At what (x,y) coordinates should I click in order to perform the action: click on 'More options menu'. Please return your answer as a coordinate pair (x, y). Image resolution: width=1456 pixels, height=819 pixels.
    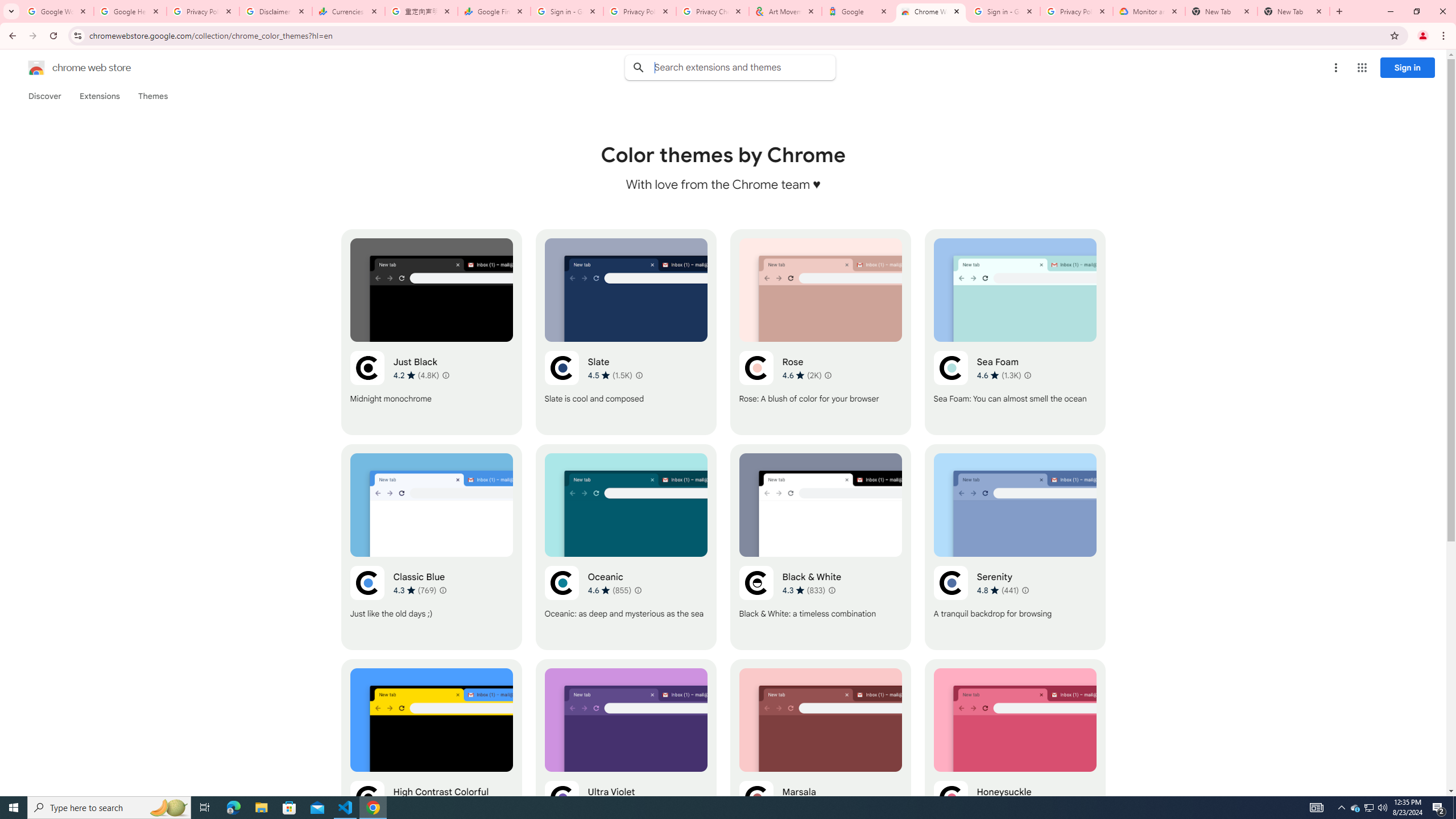
    Looking at the image, I should click on (1335, 67).